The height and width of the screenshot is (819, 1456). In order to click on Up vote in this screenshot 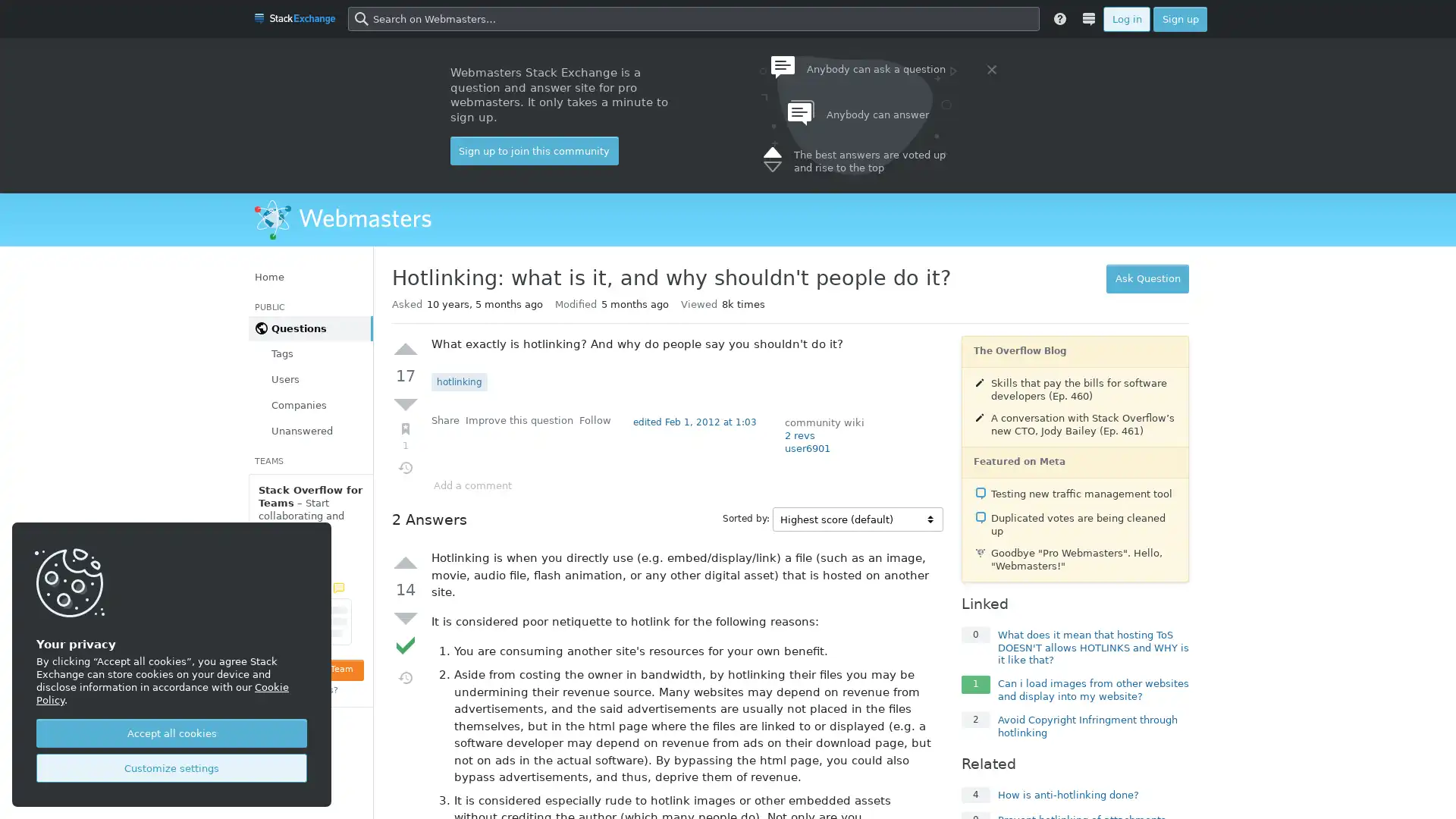, I will do `click(405, 563)`.